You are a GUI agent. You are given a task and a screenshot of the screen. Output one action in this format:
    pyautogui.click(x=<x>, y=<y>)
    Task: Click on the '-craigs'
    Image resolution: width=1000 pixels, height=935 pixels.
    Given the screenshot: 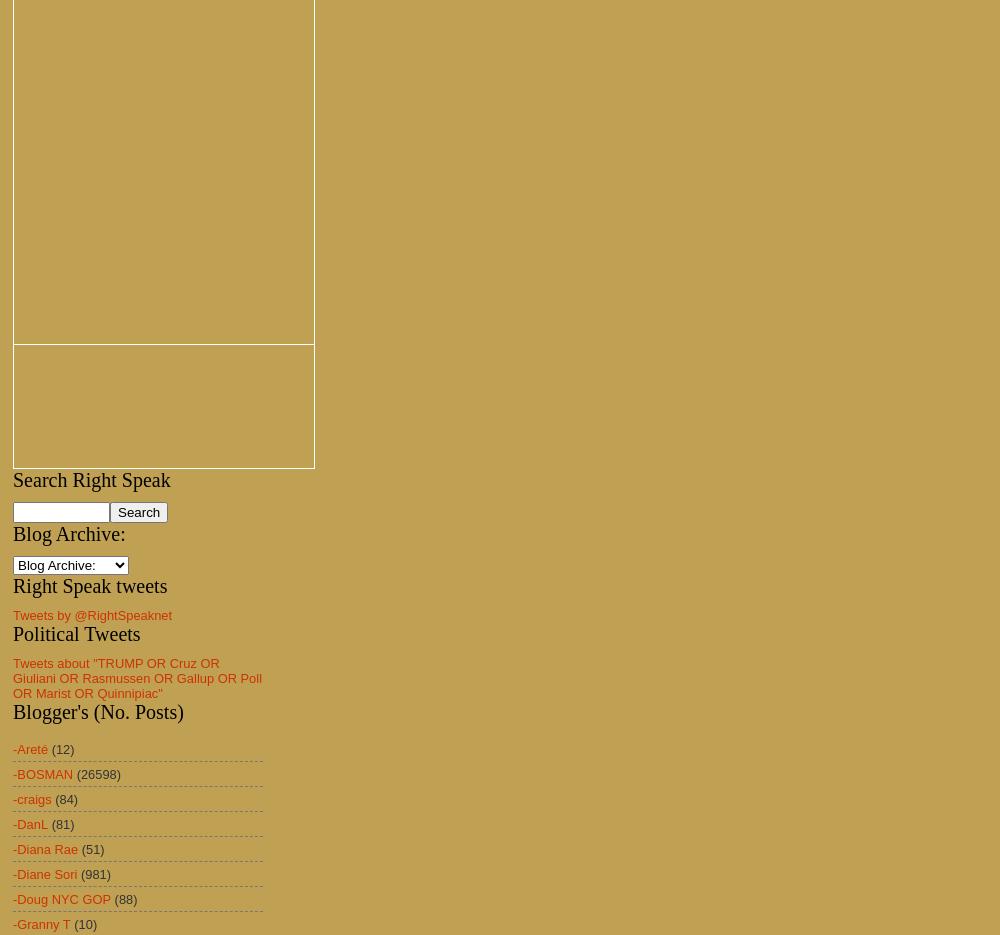 What is the action you would take?
    pyautogui.click(x=32, y=797)
    